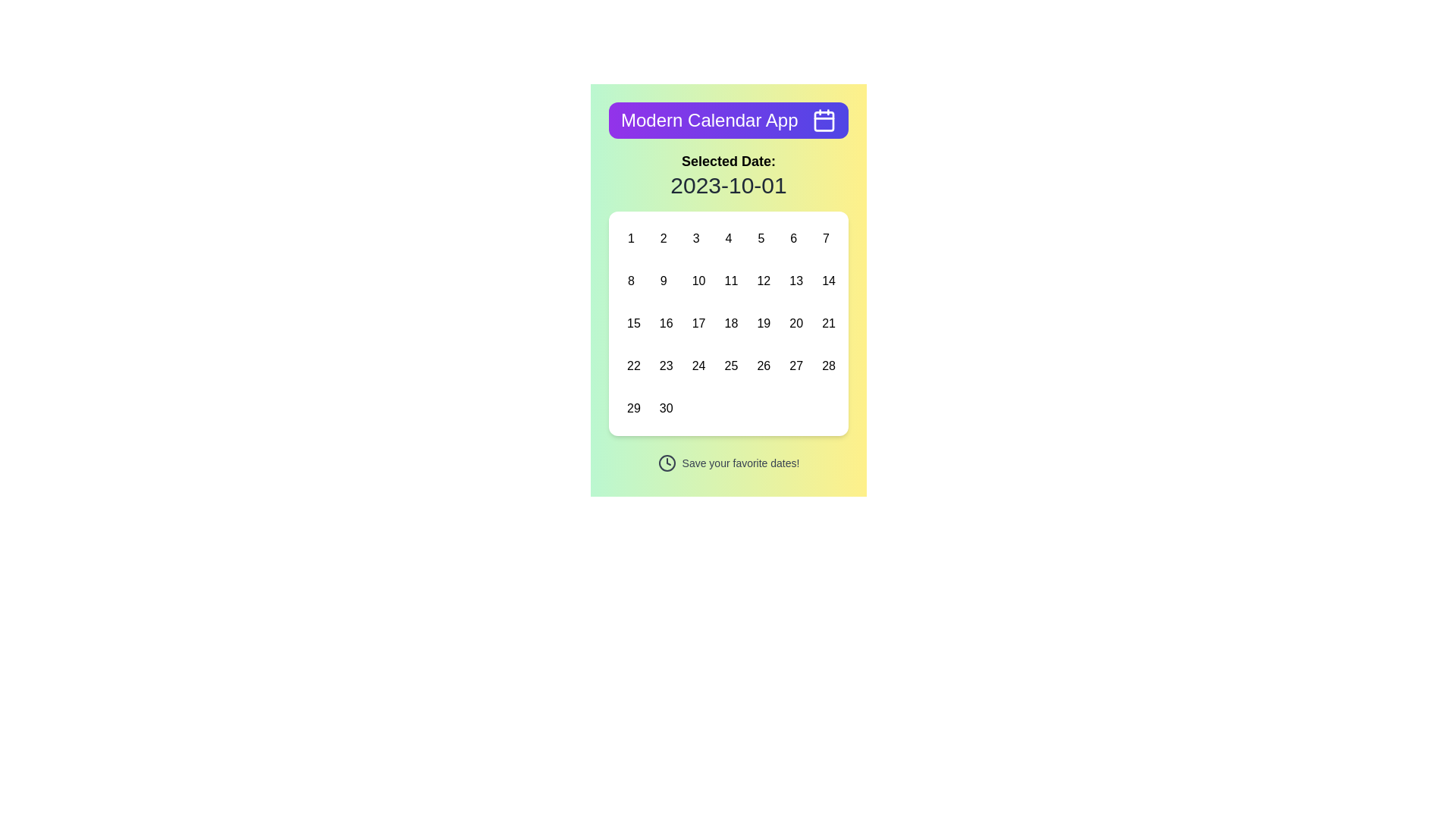 The image size is (1456, 819). What do you see at coordinates (695, 323) in the screenshot?
I see `the square button with rounded borders displaying '17' located in the third row and third column of the calendar's date grid` at bounding box center [695, 323].